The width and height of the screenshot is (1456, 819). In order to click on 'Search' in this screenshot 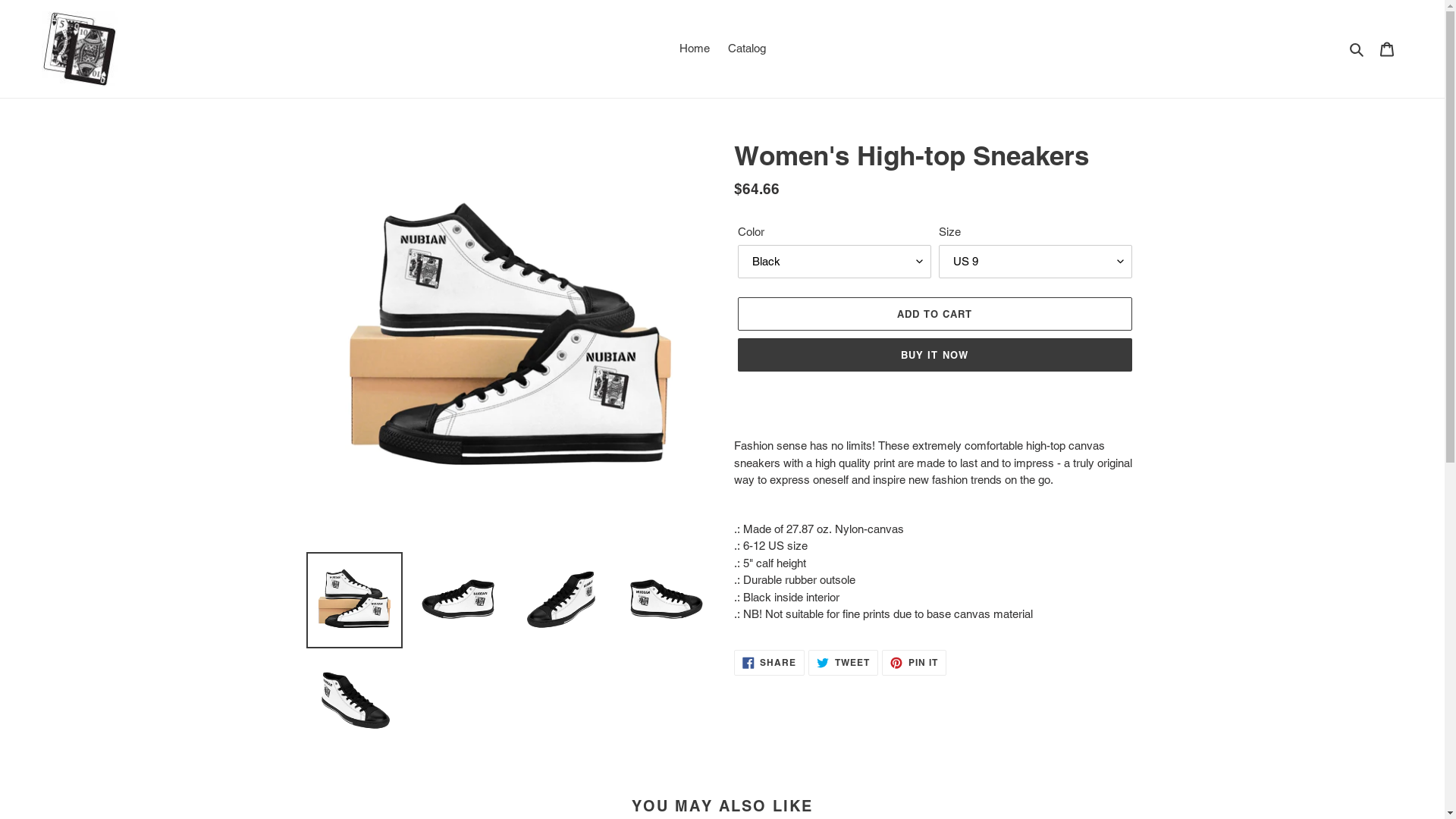, I will do `click(1357, 48)`.